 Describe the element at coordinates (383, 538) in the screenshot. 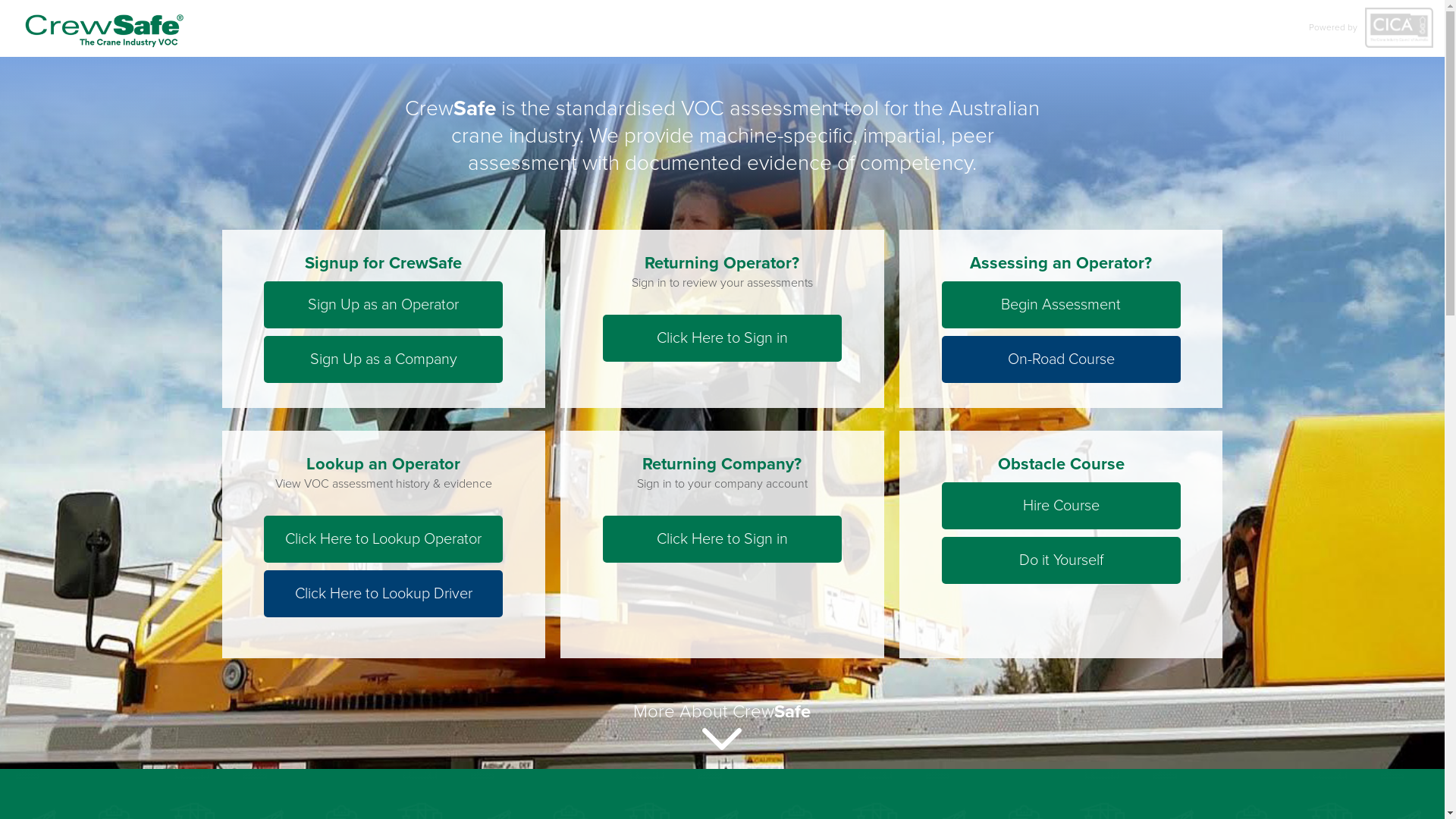

I see `'Click Here to Lookup Operator'` at that location.